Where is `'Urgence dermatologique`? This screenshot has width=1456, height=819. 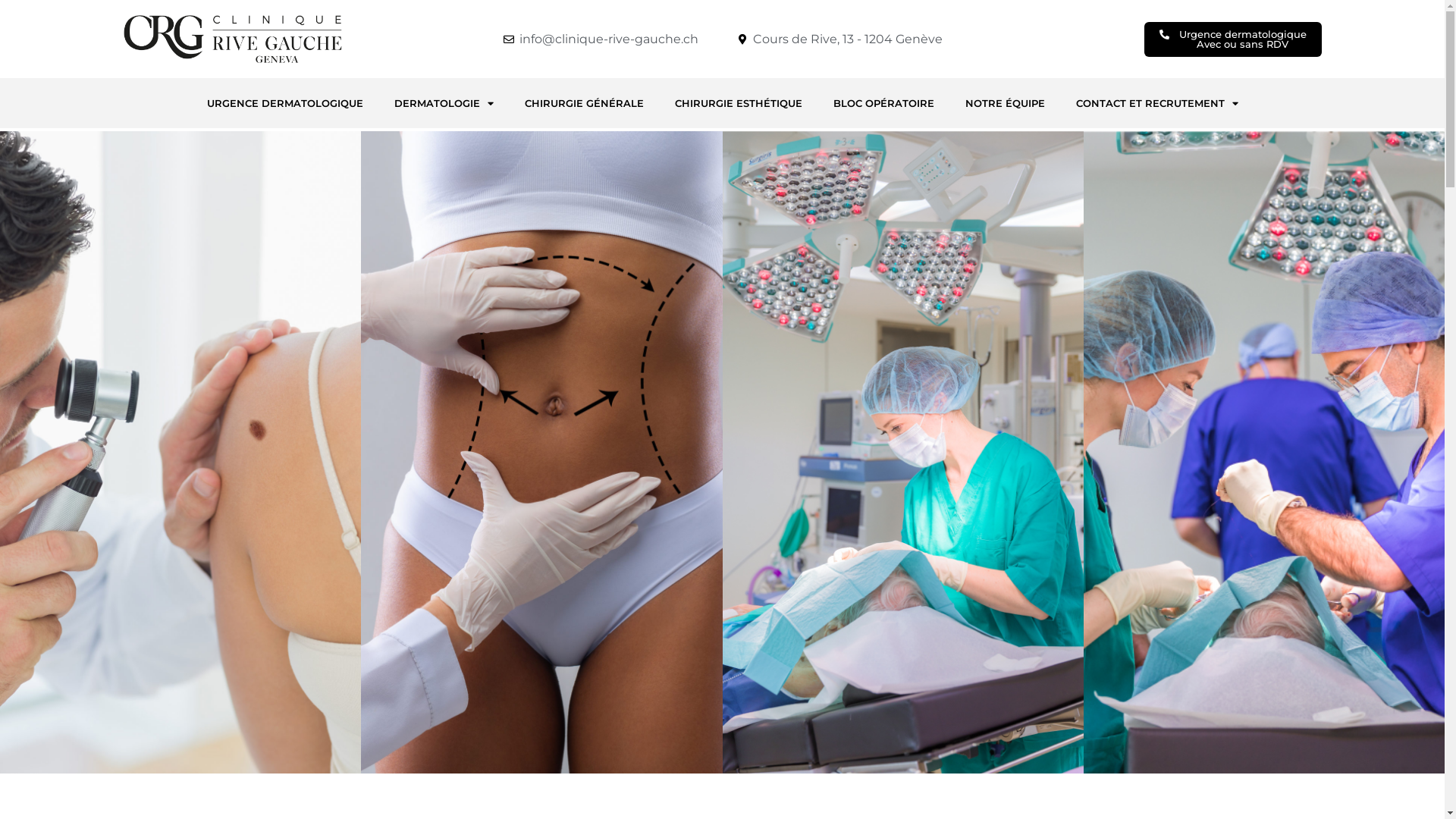
'Urgence dermatologique is located at coordinates (1232, 37).